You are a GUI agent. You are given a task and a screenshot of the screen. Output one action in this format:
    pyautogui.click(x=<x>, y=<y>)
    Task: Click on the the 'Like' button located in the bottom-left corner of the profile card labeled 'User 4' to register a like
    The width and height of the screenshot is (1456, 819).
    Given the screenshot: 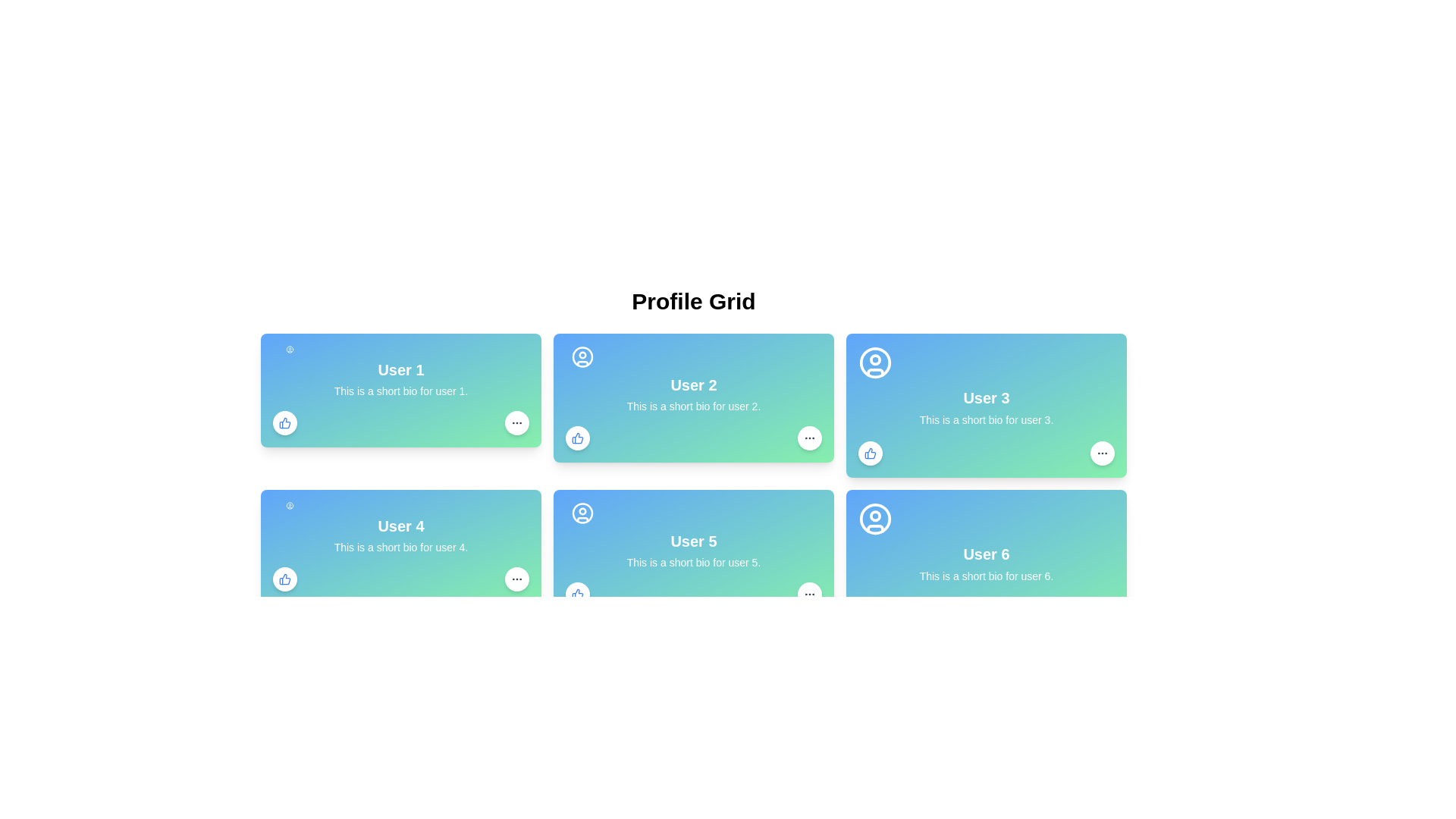 What is the action you would take?
    pyautogui.click(x=284, y=579)
    